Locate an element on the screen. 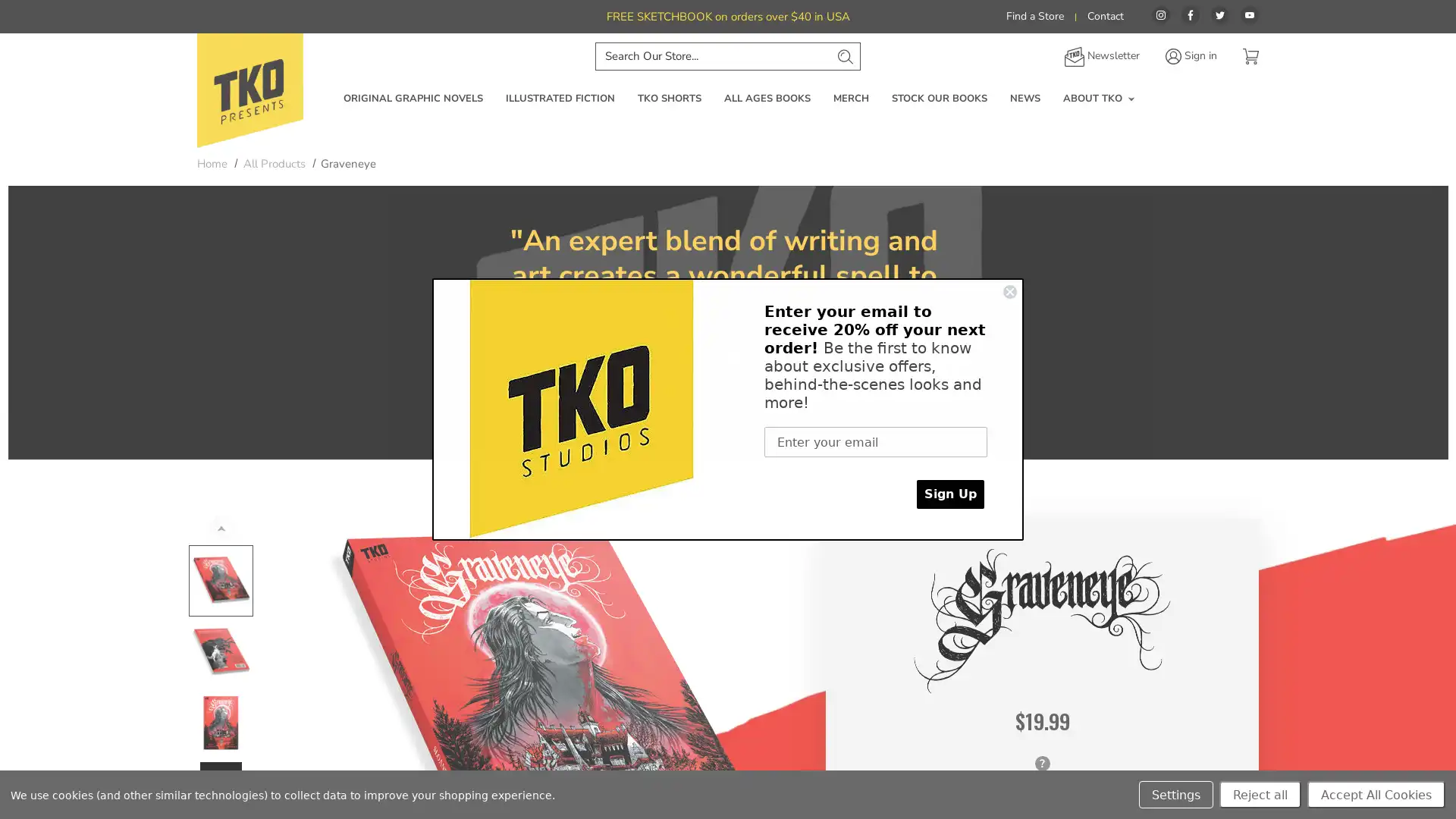  Sign Up is located at coordinates (949, 494).